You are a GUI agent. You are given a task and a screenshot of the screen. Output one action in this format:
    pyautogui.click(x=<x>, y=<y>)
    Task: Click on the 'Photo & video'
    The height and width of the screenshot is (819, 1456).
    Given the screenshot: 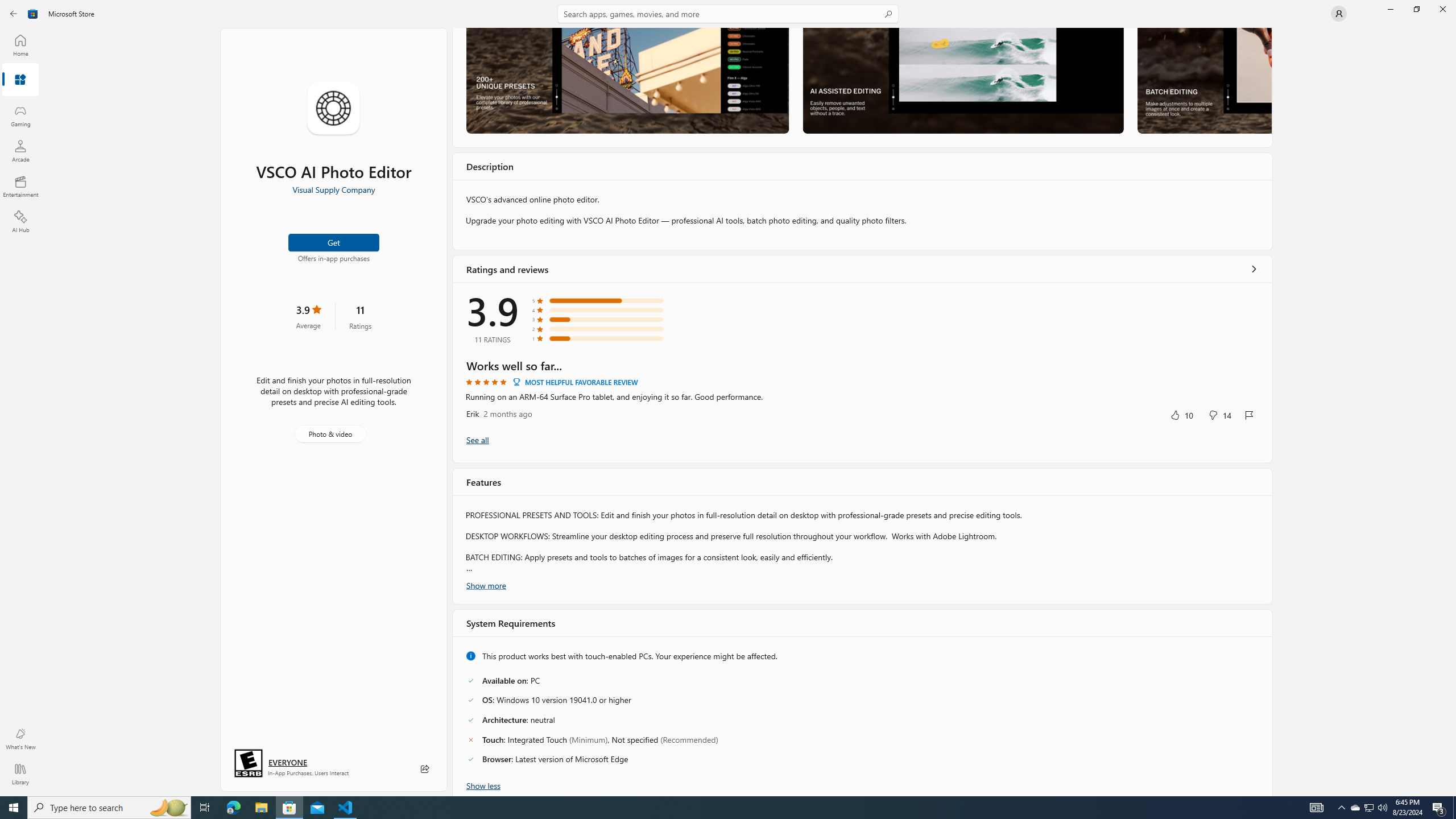 What is the action you would take?
    pyautogui.click(x=329, y=433)
    